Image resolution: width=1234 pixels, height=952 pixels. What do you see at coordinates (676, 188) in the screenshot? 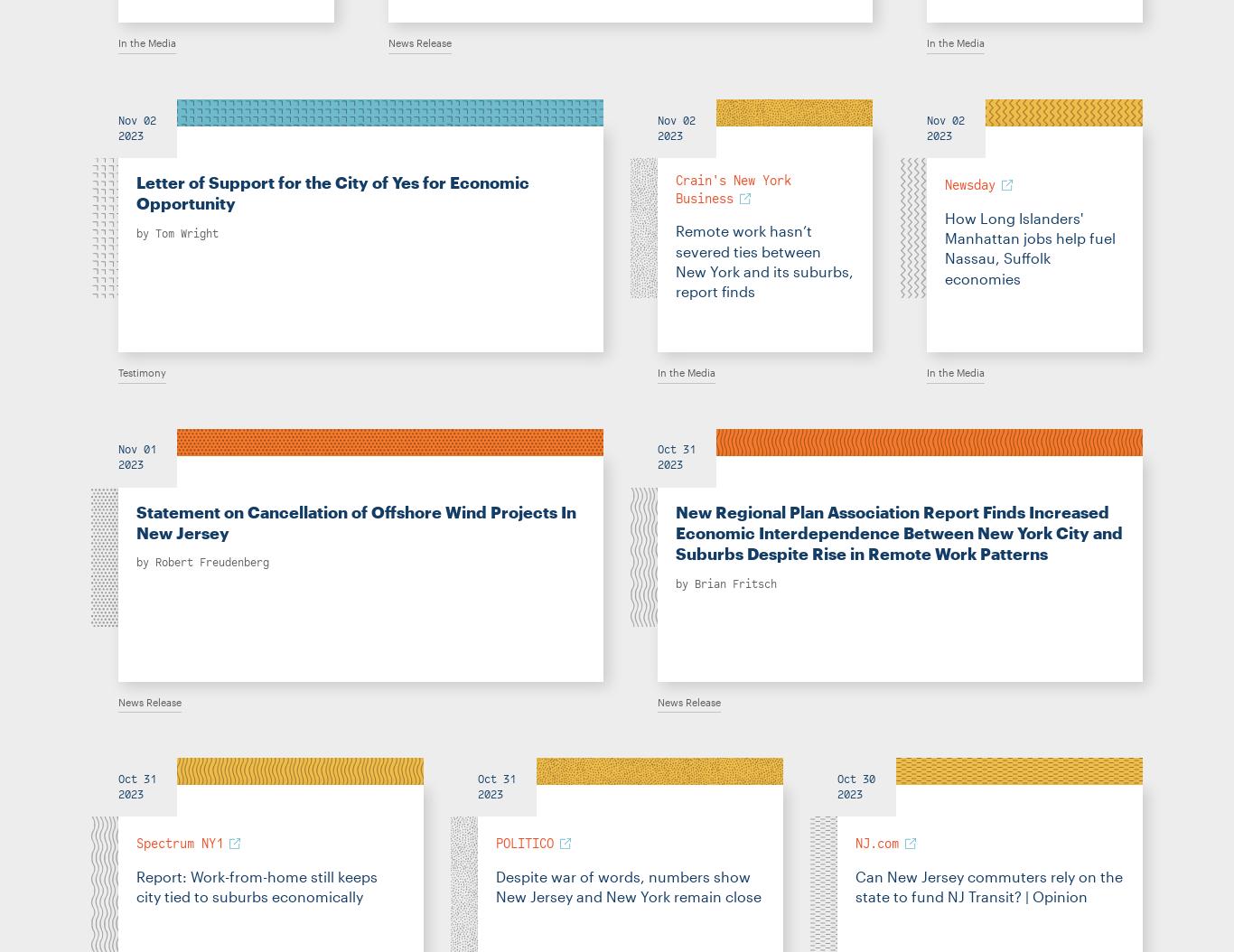
I see `'Crain's New York Business'` at bounding box center [676, 188].